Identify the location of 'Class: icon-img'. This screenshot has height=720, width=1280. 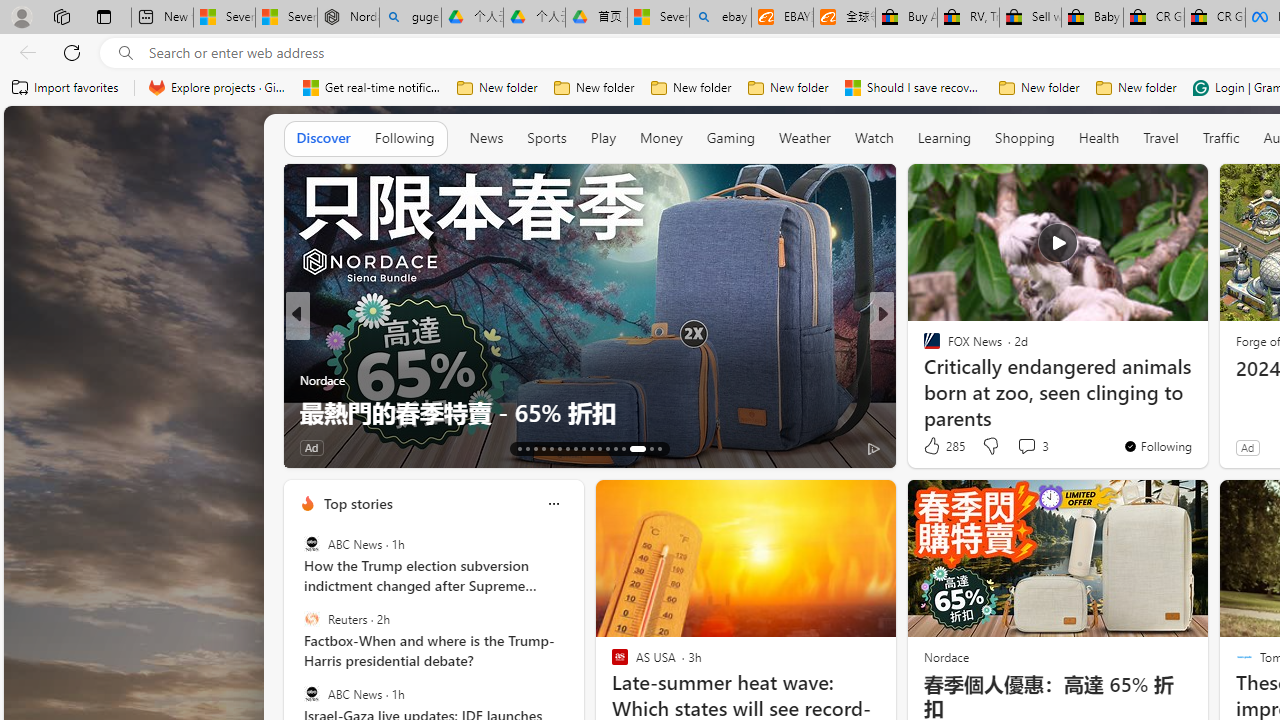
(553, 502).